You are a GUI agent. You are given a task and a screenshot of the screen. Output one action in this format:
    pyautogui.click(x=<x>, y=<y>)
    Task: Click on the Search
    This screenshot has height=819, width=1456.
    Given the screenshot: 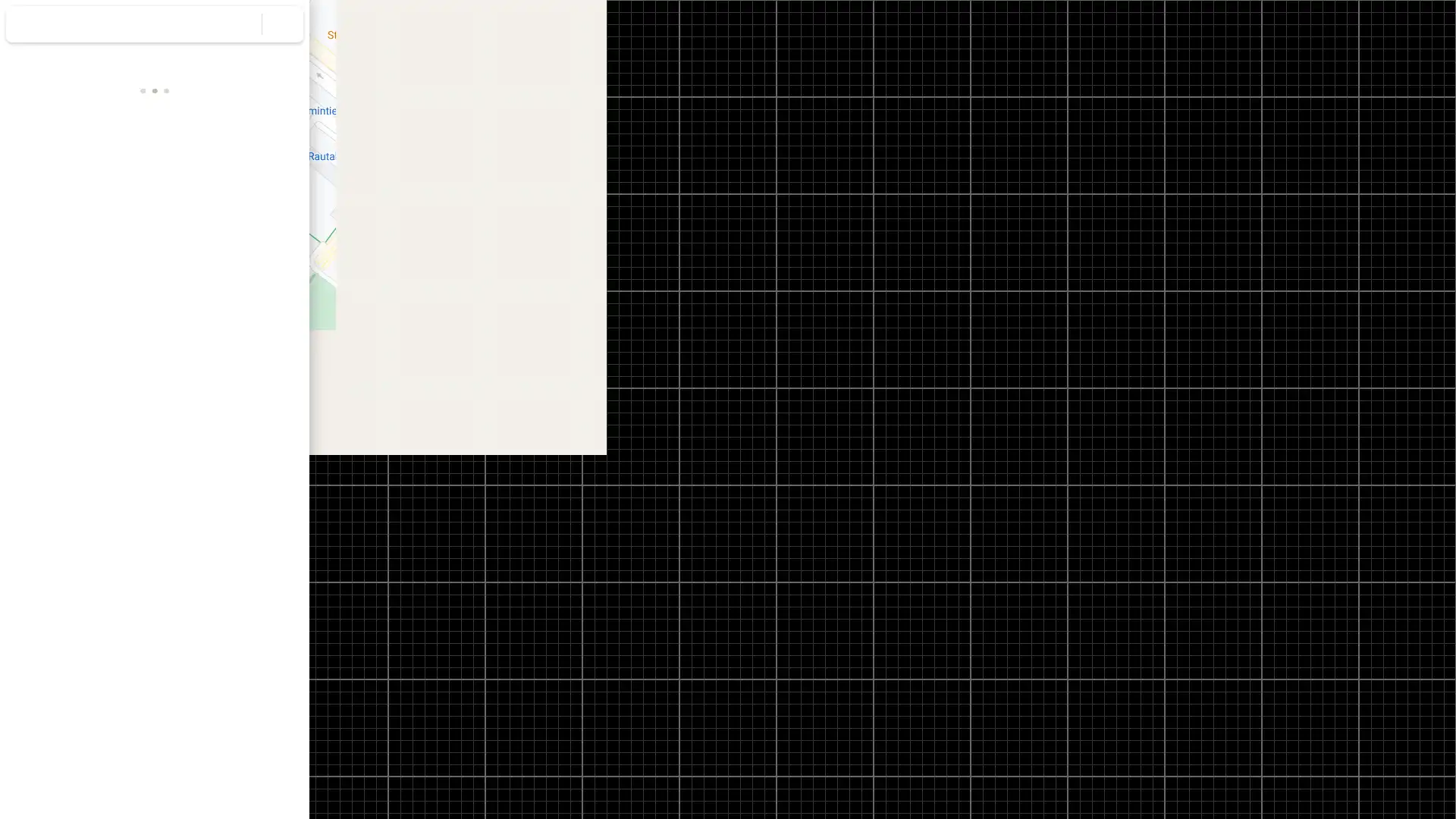 What is the action you would take?
    pyautogui.click(x=240, y=24)
    